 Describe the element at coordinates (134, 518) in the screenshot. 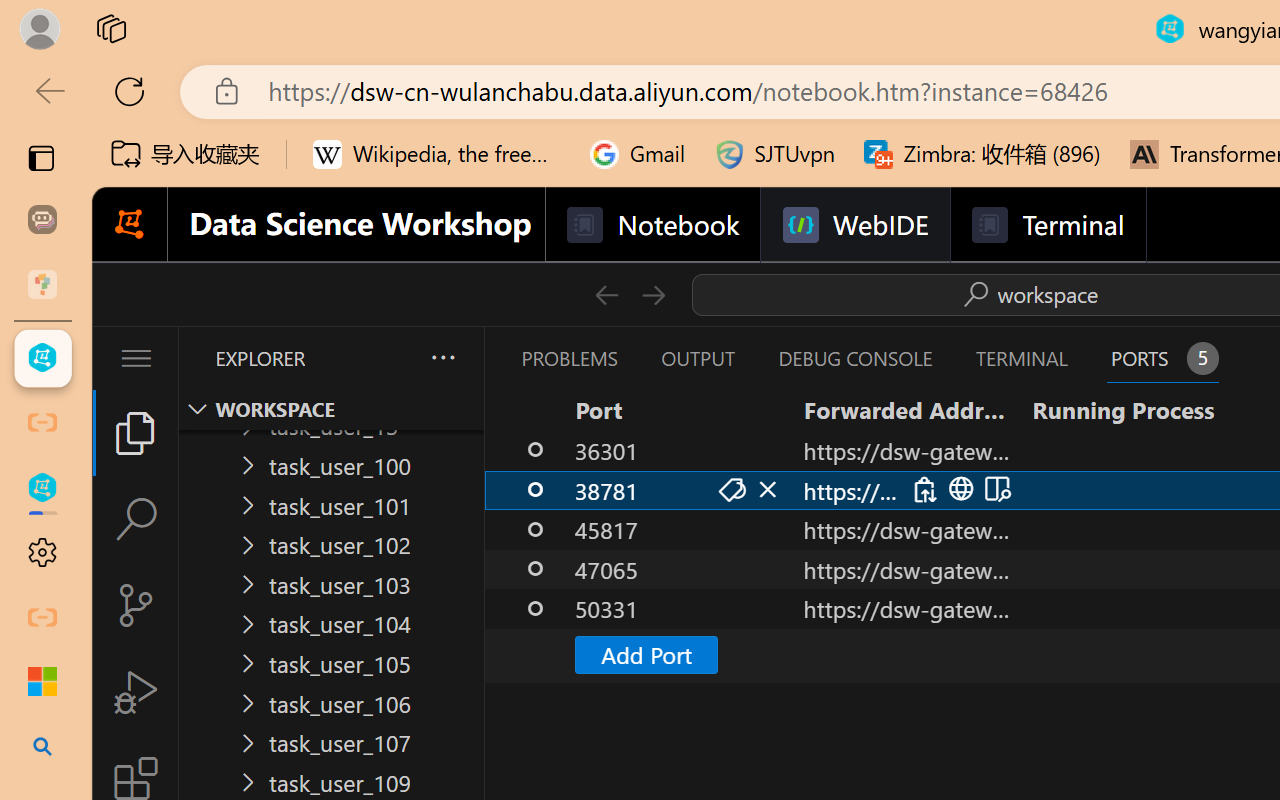

I see `'Search (Ctrl+Shift+F)'` at that location.